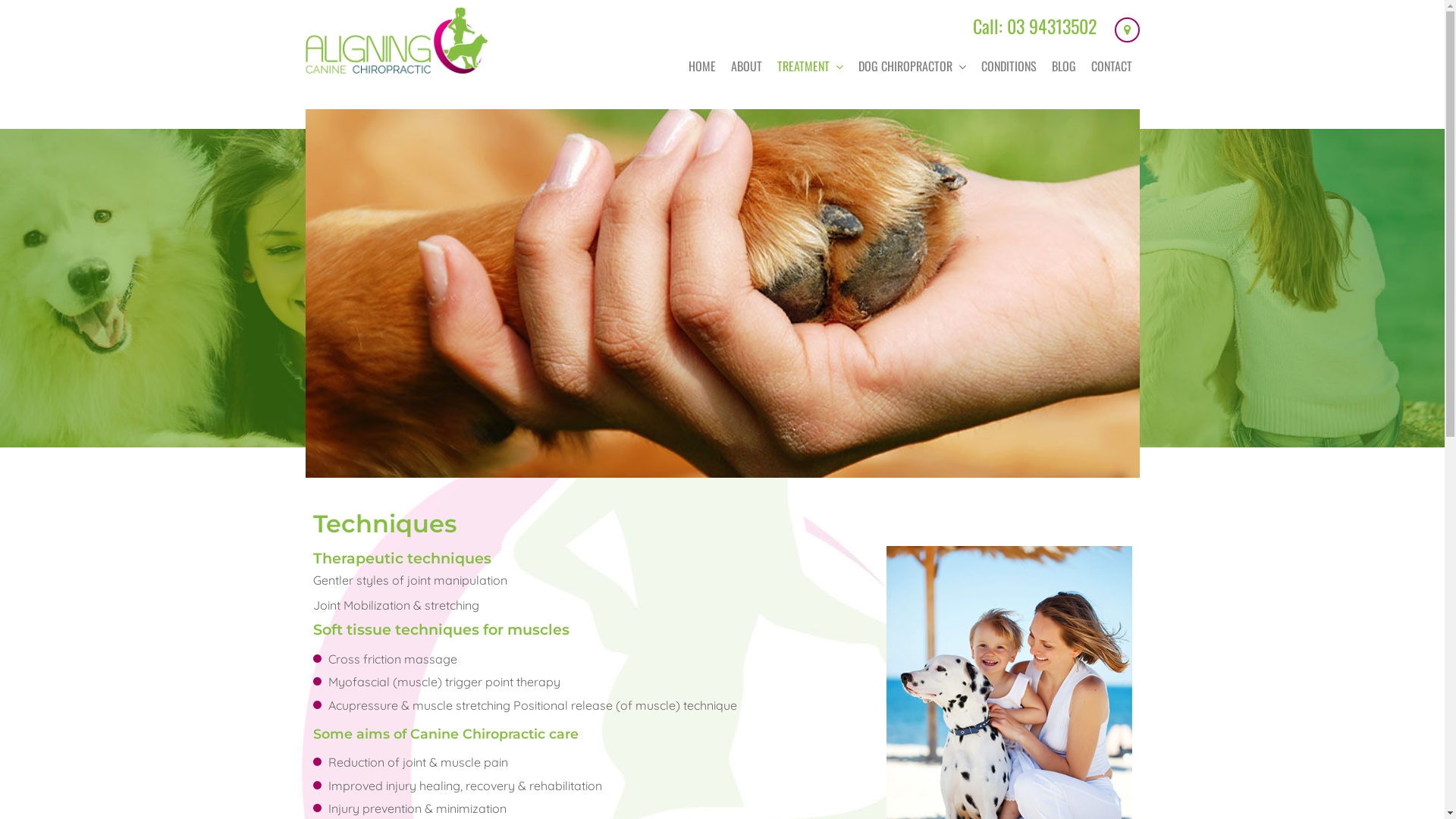 This screenshot has width=1456, height=819. I want to click on 'Call: 03 94313502', so click(1033, 26).